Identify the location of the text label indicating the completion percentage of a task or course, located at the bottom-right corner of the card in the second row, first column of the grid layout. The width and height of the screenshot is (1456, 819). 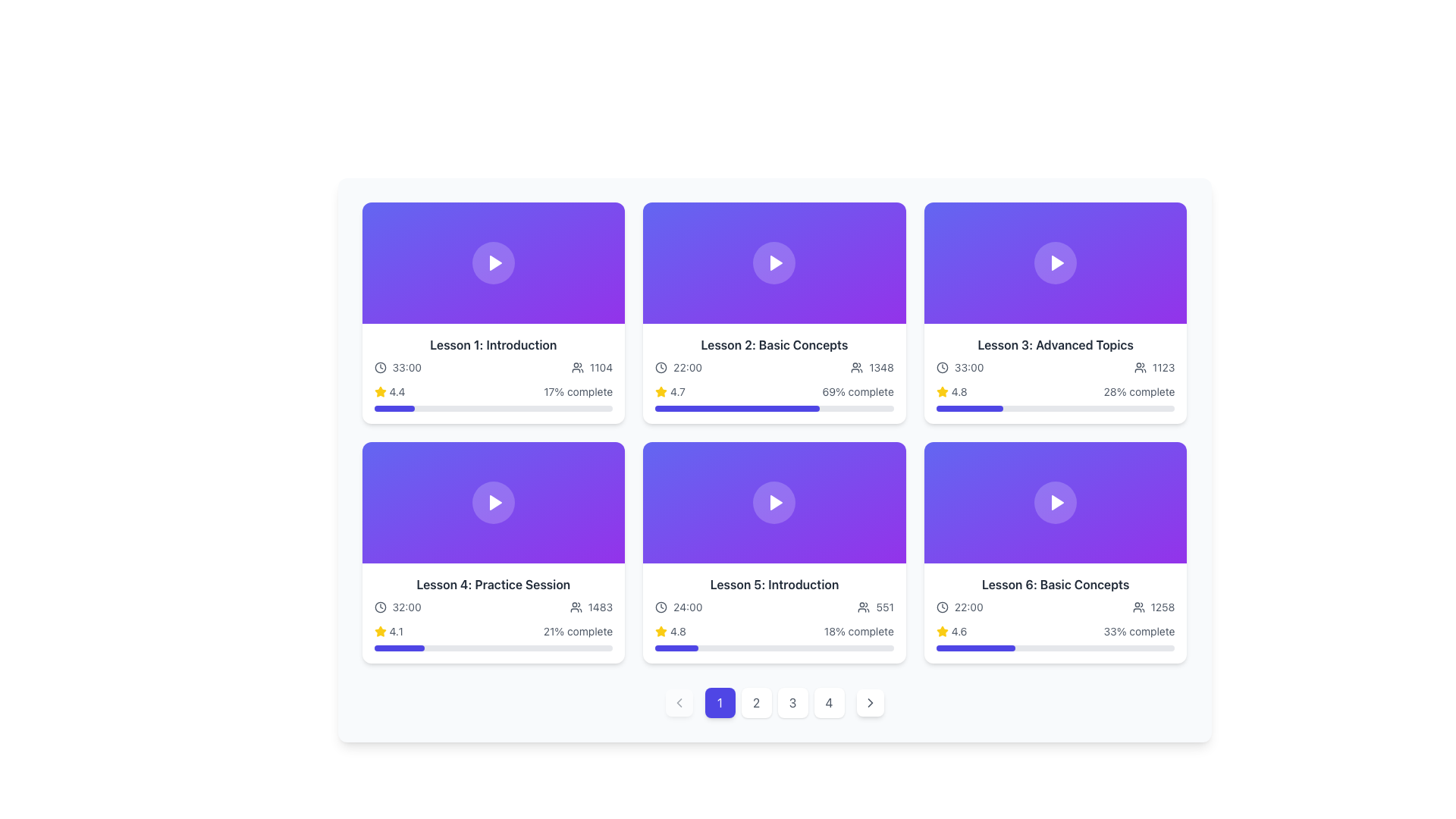
(577, 632).